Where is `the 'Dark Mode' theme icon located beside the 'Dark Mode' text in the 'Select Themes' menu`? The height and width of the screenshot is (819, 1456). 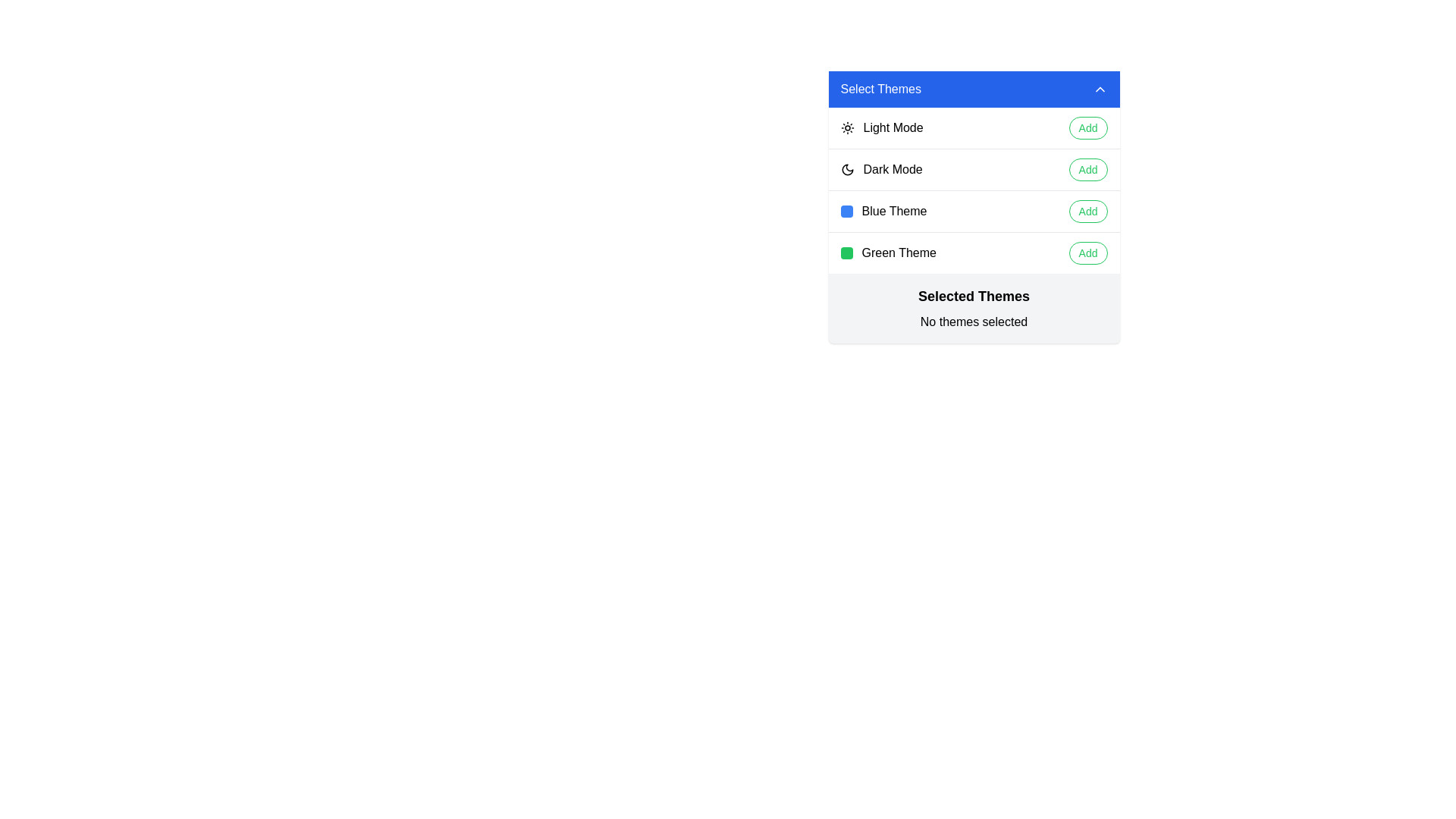 the 'Dark Mode' theme icon located beside the 'Dark Mode' text in the 'Select Themes' menu is located at coordinates (846, 169).